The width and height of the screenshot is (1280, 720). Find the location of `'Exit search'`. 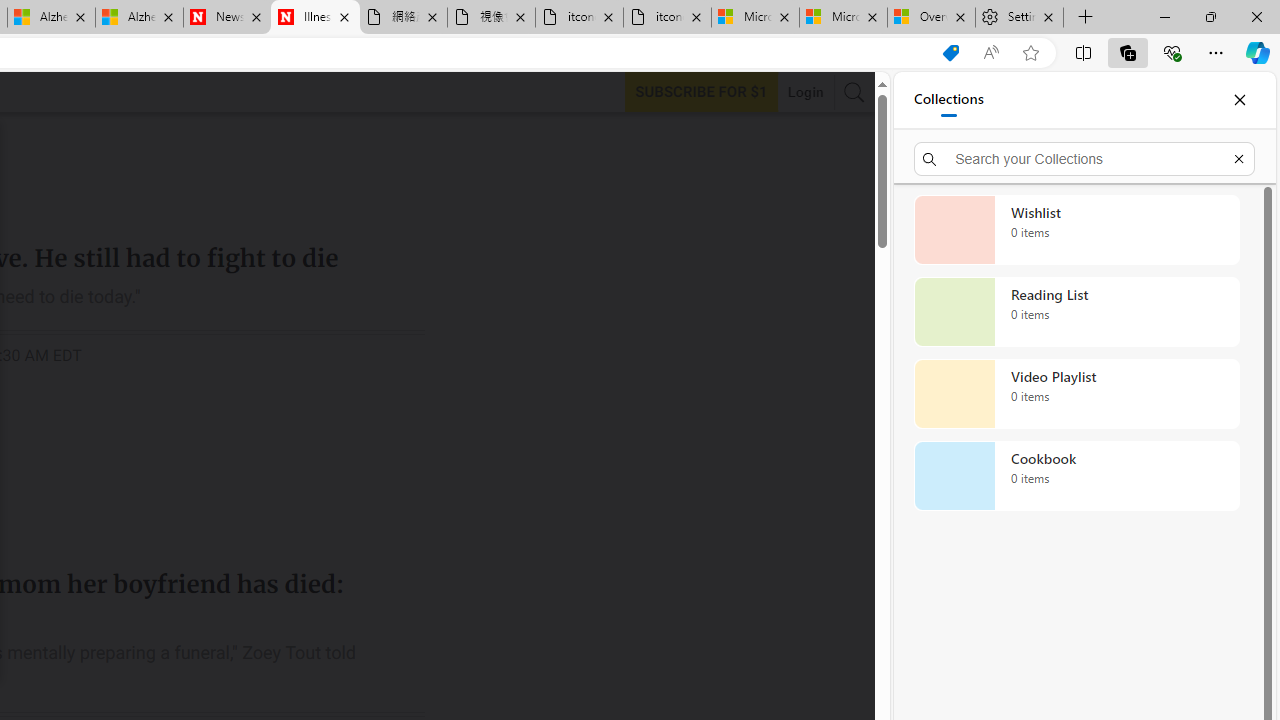

'Exit search' is located at coordinates (1238, 158).